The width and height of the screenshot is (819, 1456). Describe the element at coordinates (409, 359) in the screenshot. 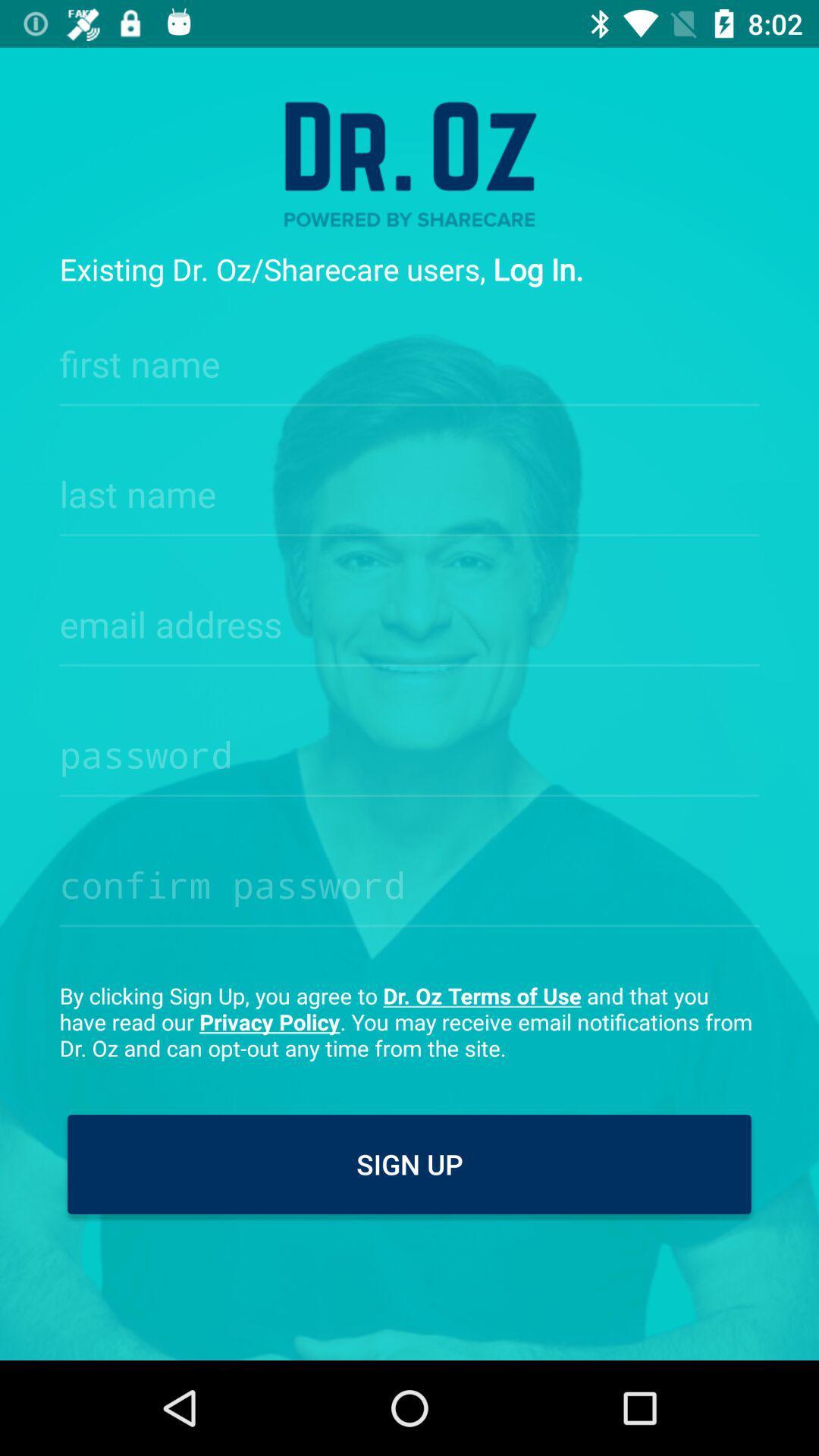

I see `first name` at that location.